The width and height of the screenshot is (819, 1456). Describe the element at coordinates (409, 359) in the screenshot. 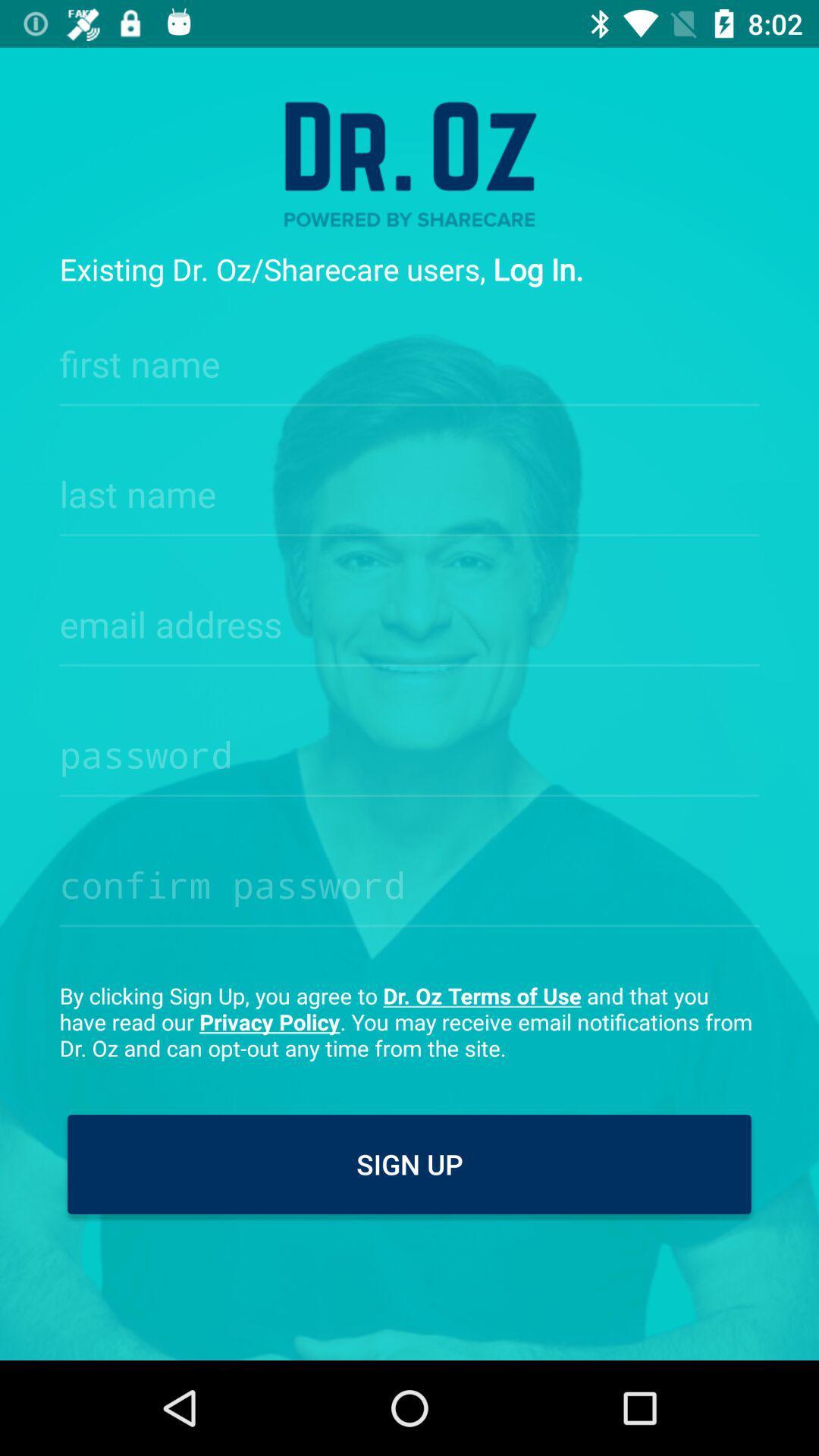

I see `first name` at that location.